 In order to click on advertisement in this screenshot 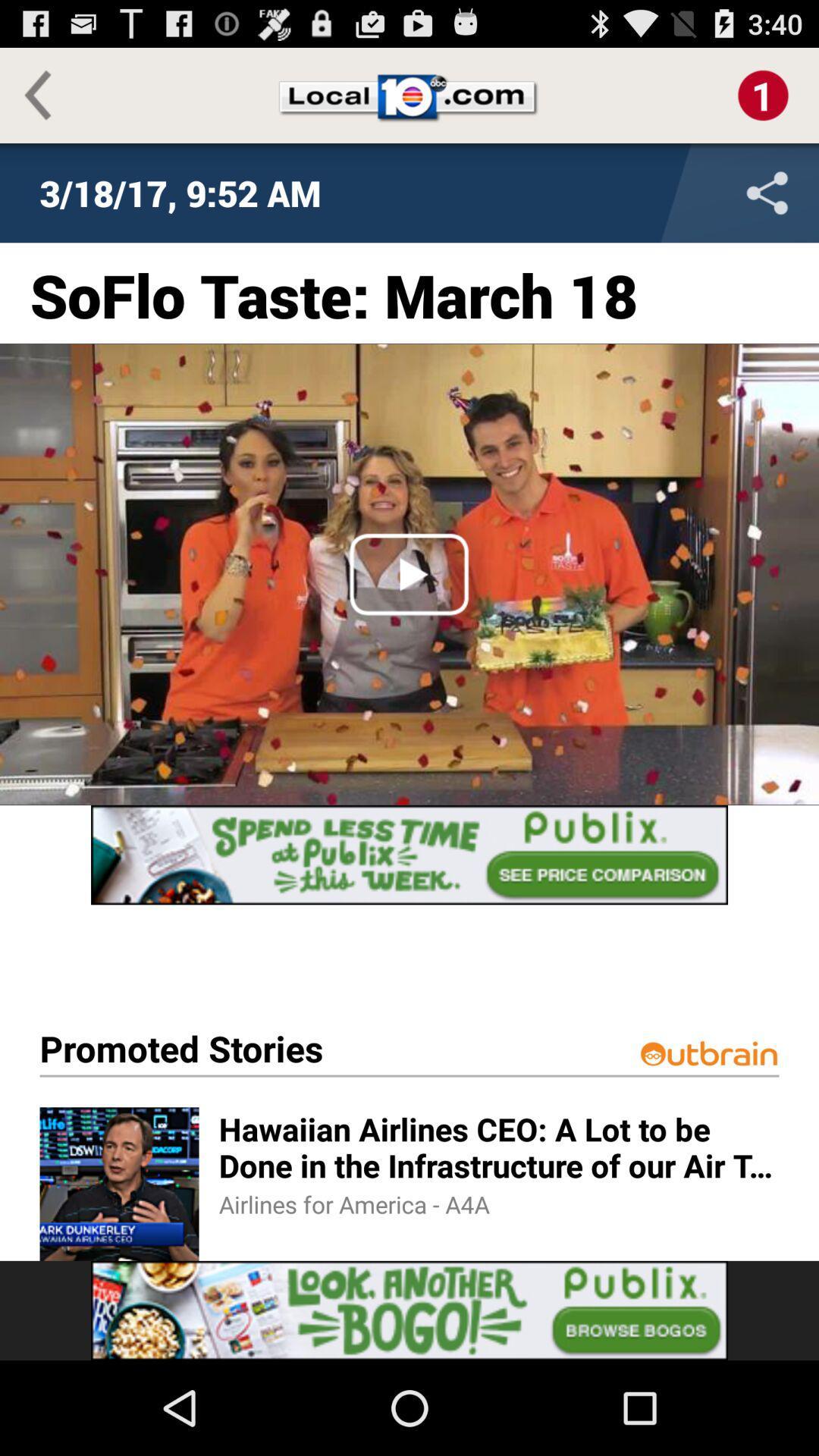, I will do `click(409, 1310)`.